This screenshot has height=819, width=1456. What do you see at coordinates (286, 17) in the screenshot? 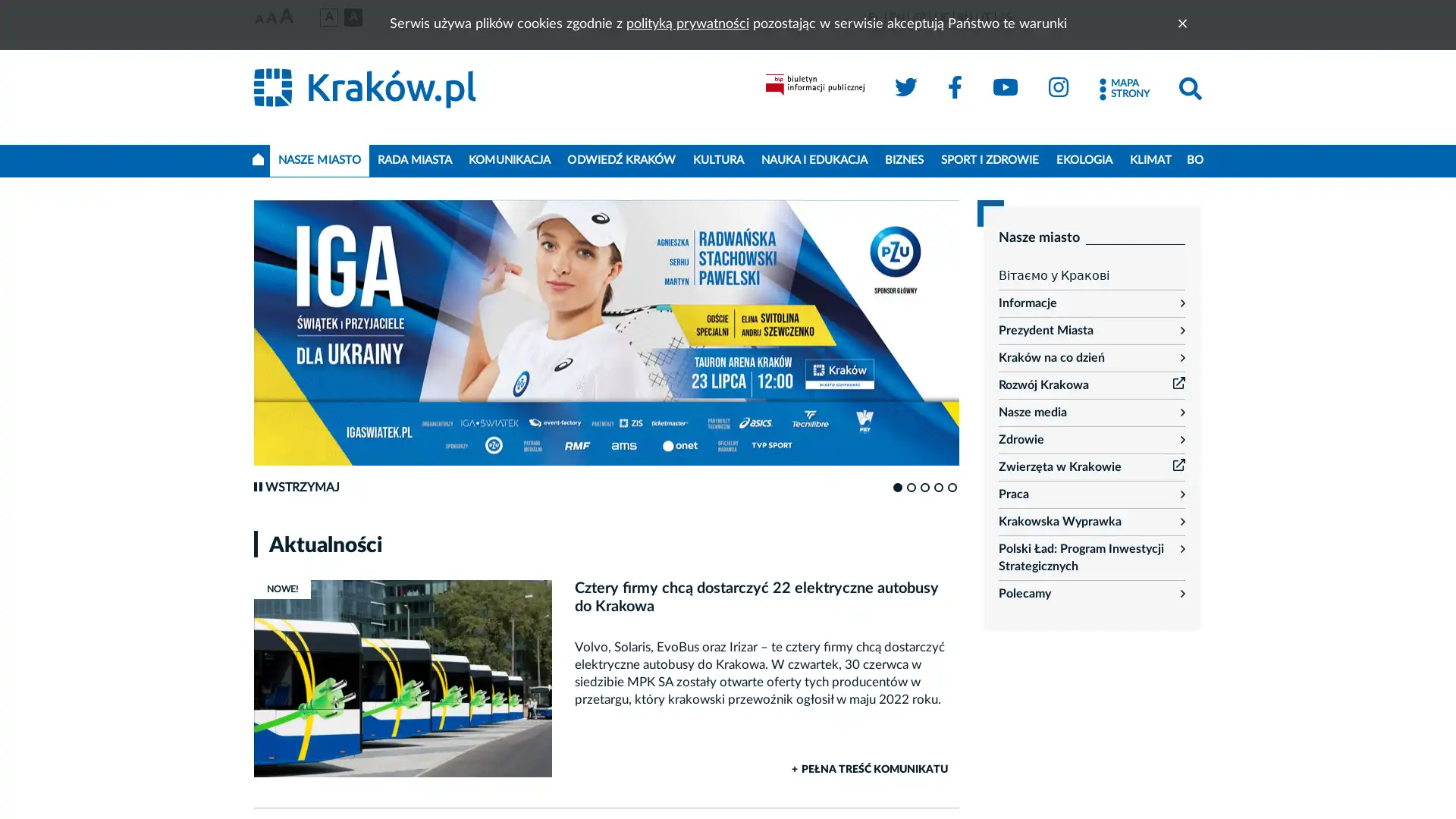
I see `Najwieksza czcionka` at bounding box center [286, 17].